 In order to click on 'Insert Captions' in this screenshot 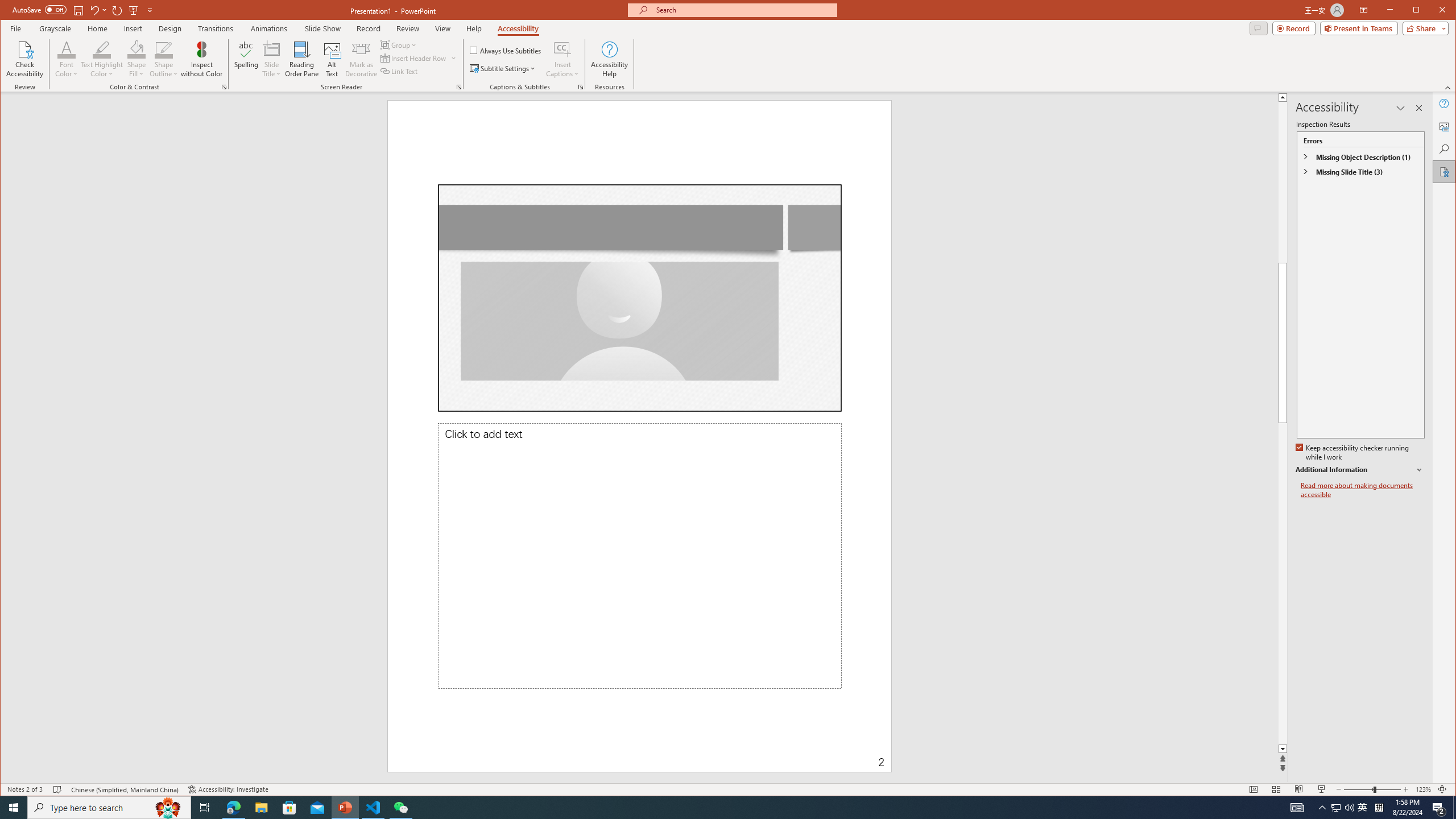, I will do `click(562, 59)`.